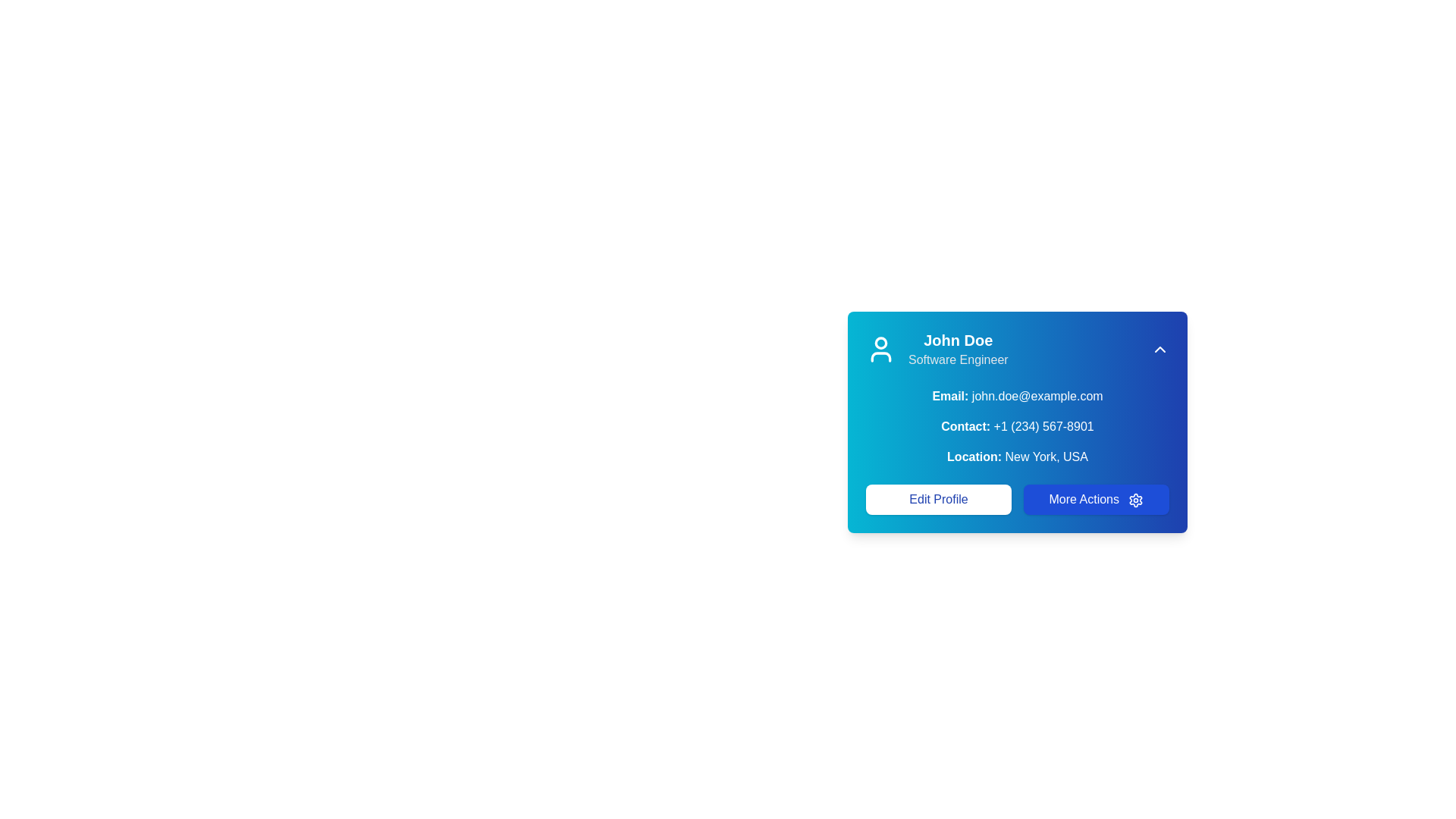 The image size is (1456, 819). I want to click on the 'Location: New York, USA' text label, which is styled in white font color and is located below the 'Contact' field in the profile card, so click(1018, 456).